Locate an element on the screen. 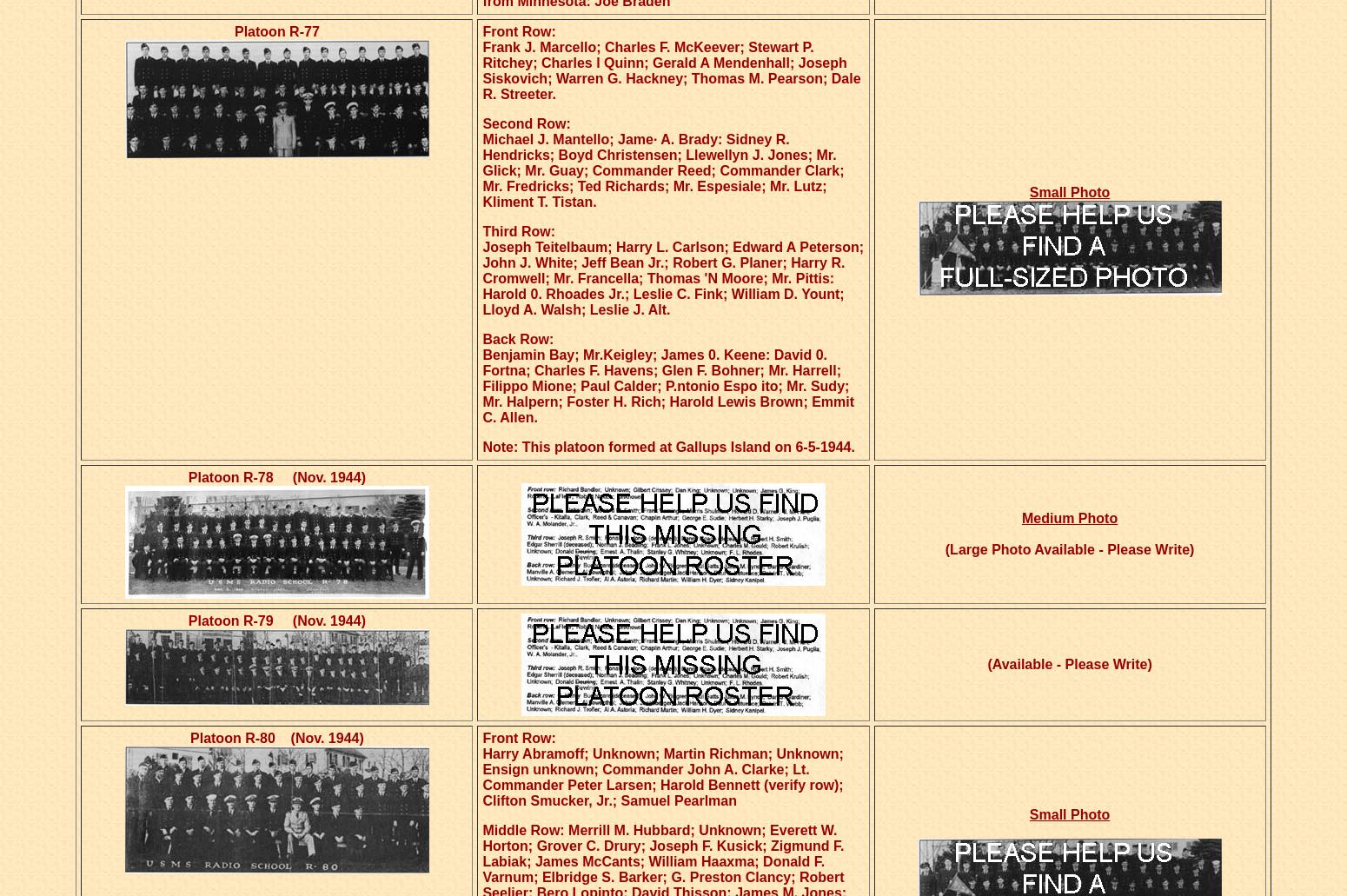 The height and width of the screenshot is (896, 1347). 'Platoon R-77' is located at coordinates (275, 31).